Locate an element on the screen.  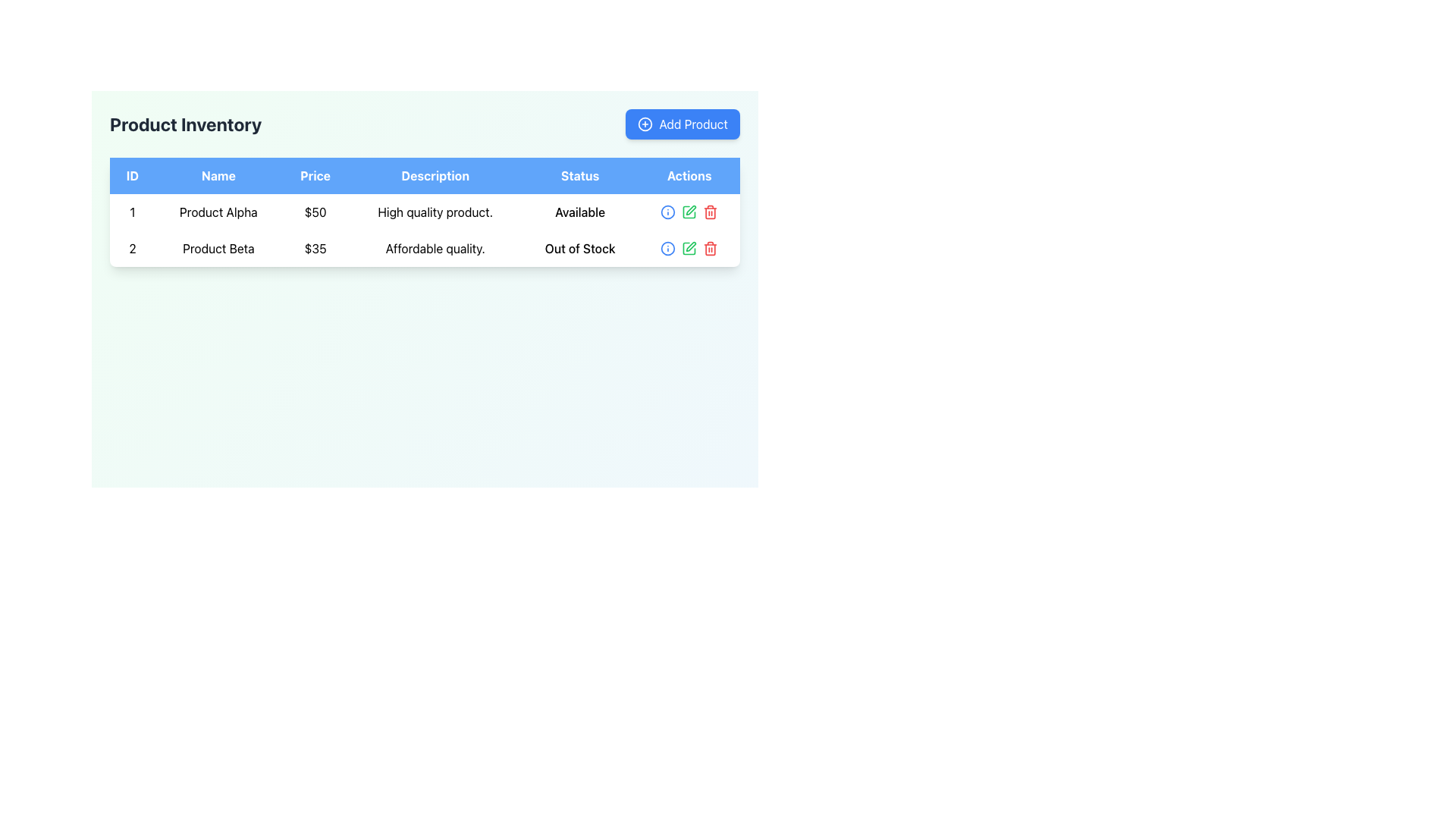
the circular icon button with an informational symbol in the 'Actions' column of the first row in the product table to change its color is located at coordinates (667, 247).